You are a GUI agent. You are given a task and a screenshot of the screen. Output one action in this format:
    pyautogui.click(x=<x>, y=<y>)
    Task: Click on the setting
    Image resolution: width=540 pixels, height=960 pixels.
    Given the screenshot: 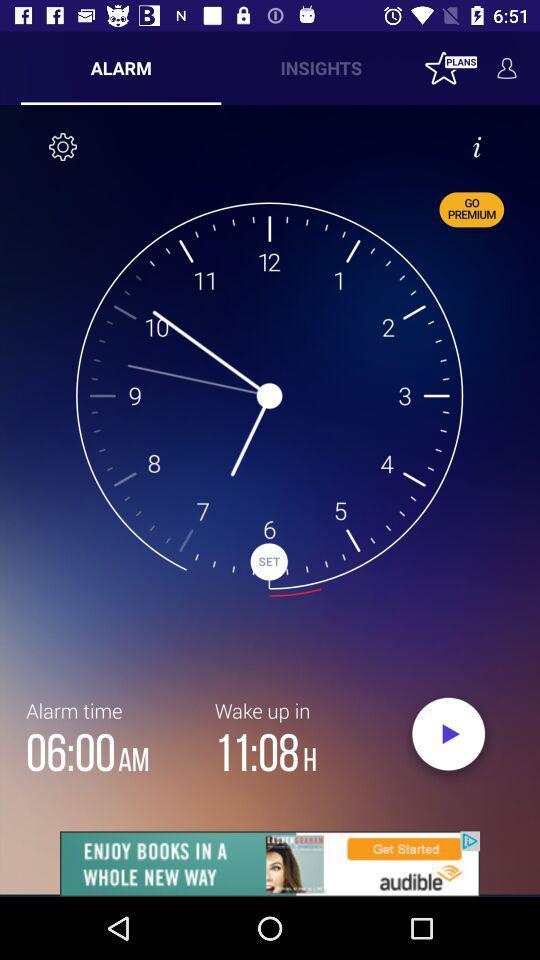 What is the action you would take?
    pyautogui.click(x=63, y=145)
    